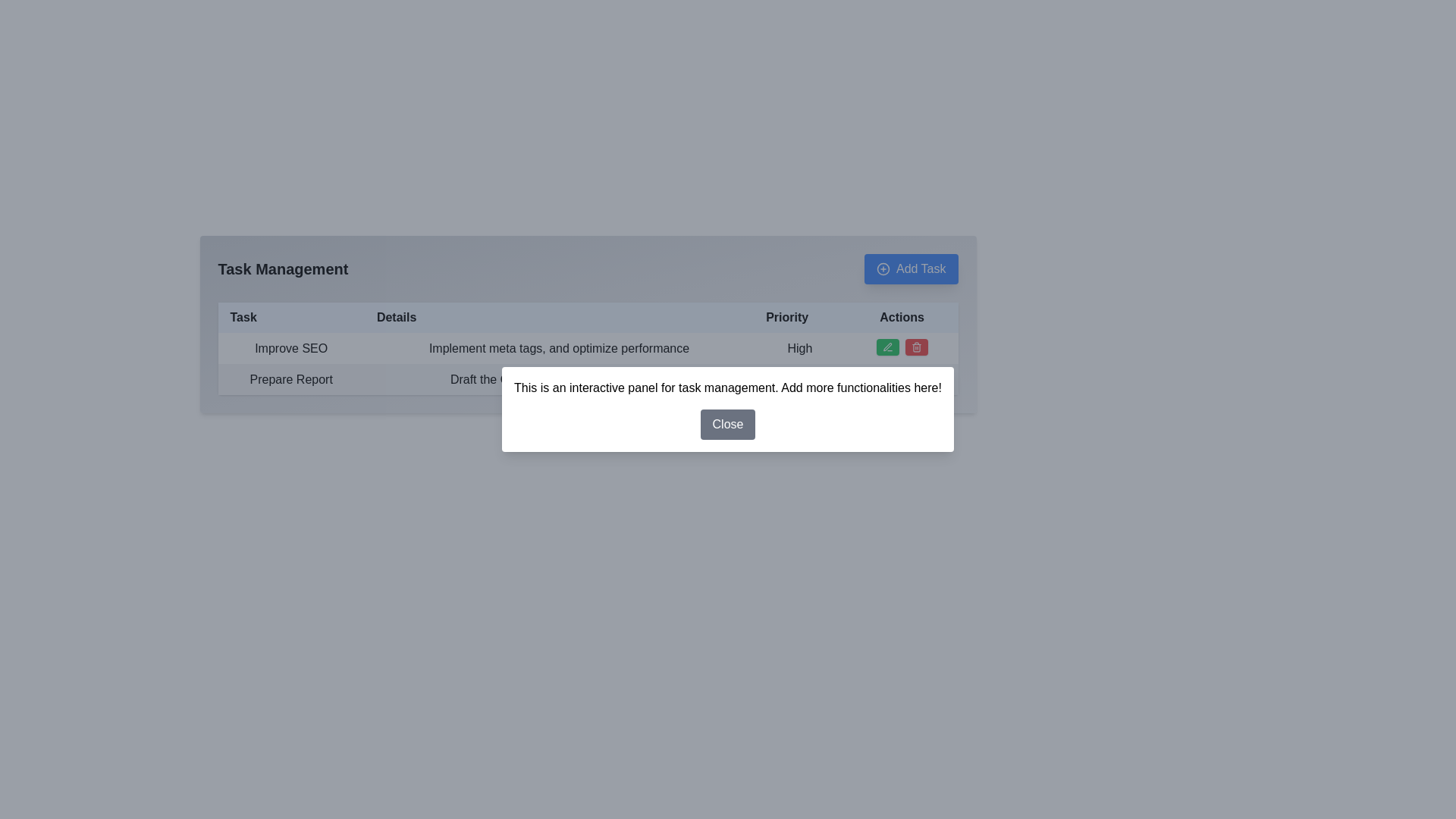 The image size is (1456, 819). Describe the element at coordinates (728, 388) in the screenshot. I see `the static text label stating: 'This is an interactive panel for task management. Add more functionalities here!' which is located near the top of the modal above the 'Close' button` at that location.